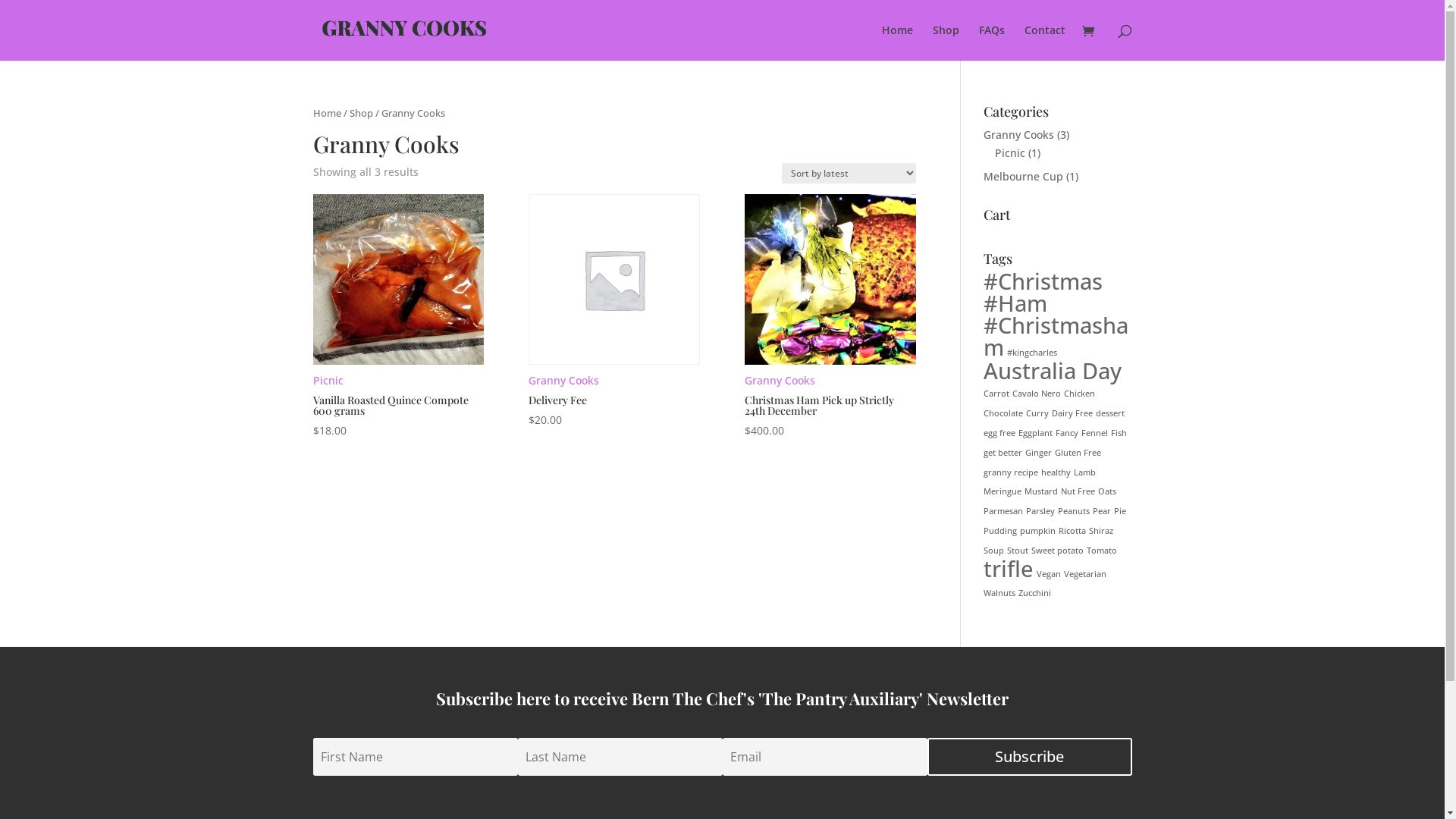 Image resolution: width=1456 pixels, height=819 pixels. Describe the element at coordinates (1043, 42) in the screenshot. I see `'Contact'` at that location.